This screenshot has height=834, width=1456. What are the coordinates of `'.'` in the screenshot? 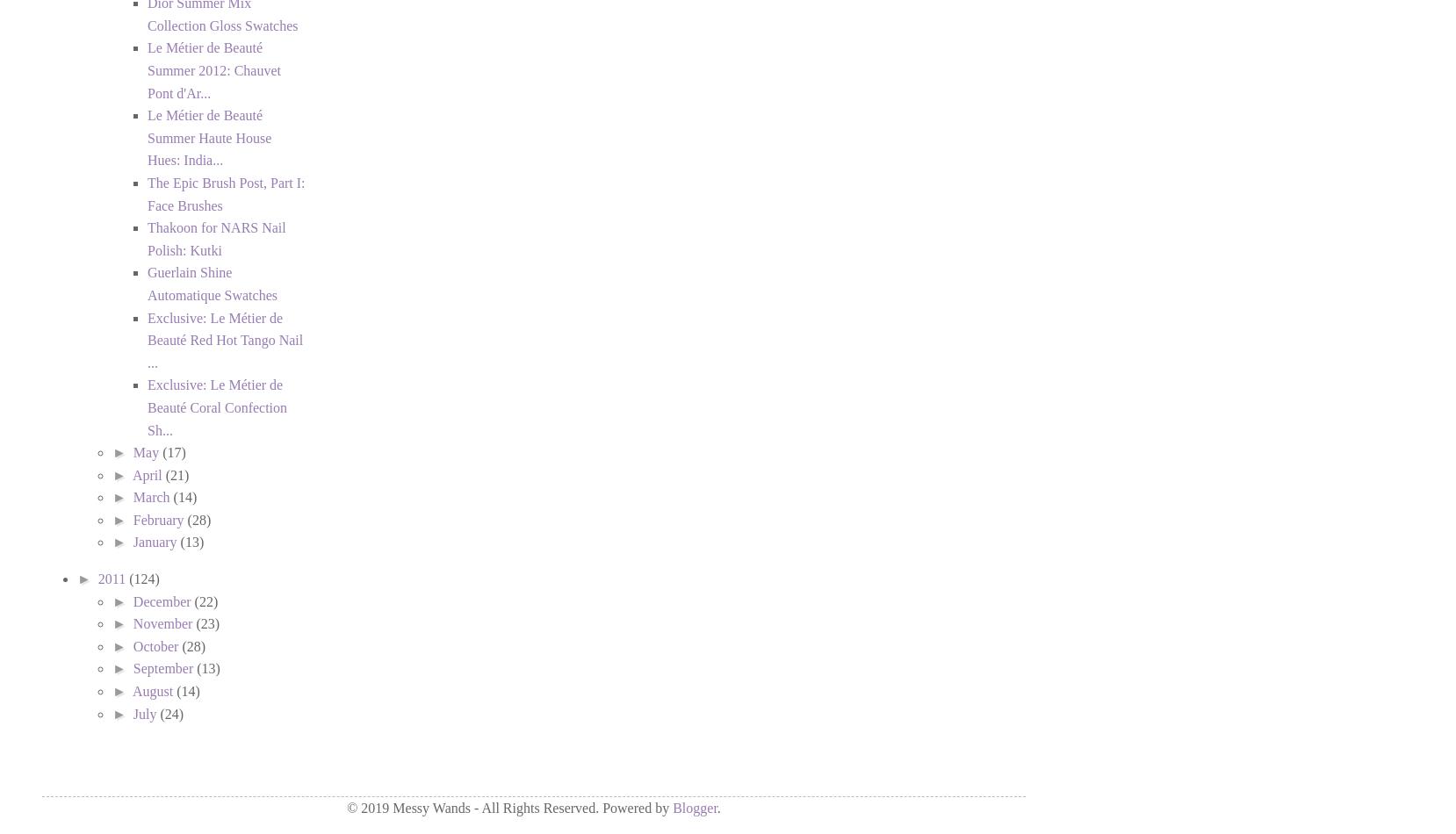 It's located at (718, 807).